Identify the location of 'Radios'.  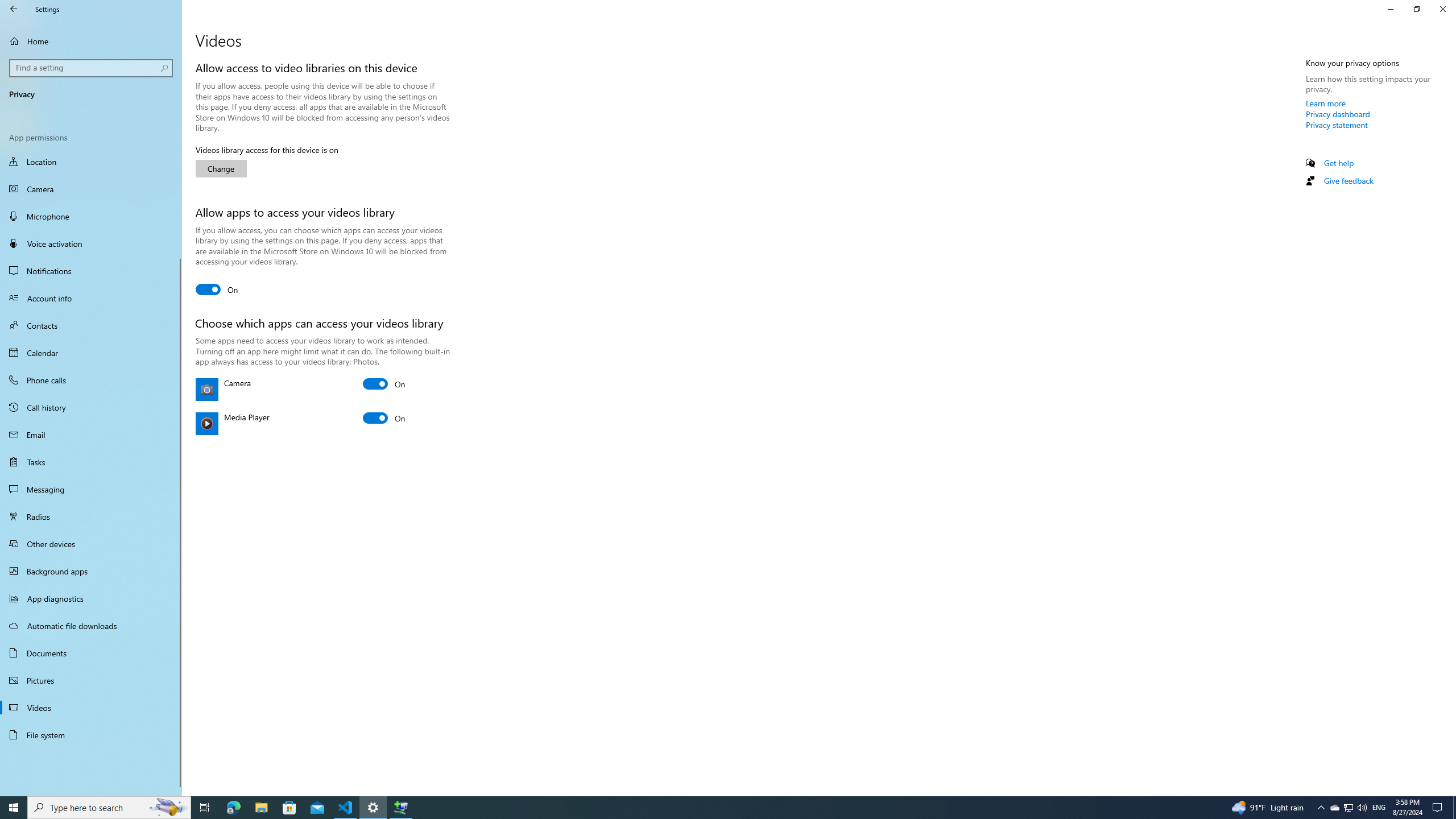
(90, 516).